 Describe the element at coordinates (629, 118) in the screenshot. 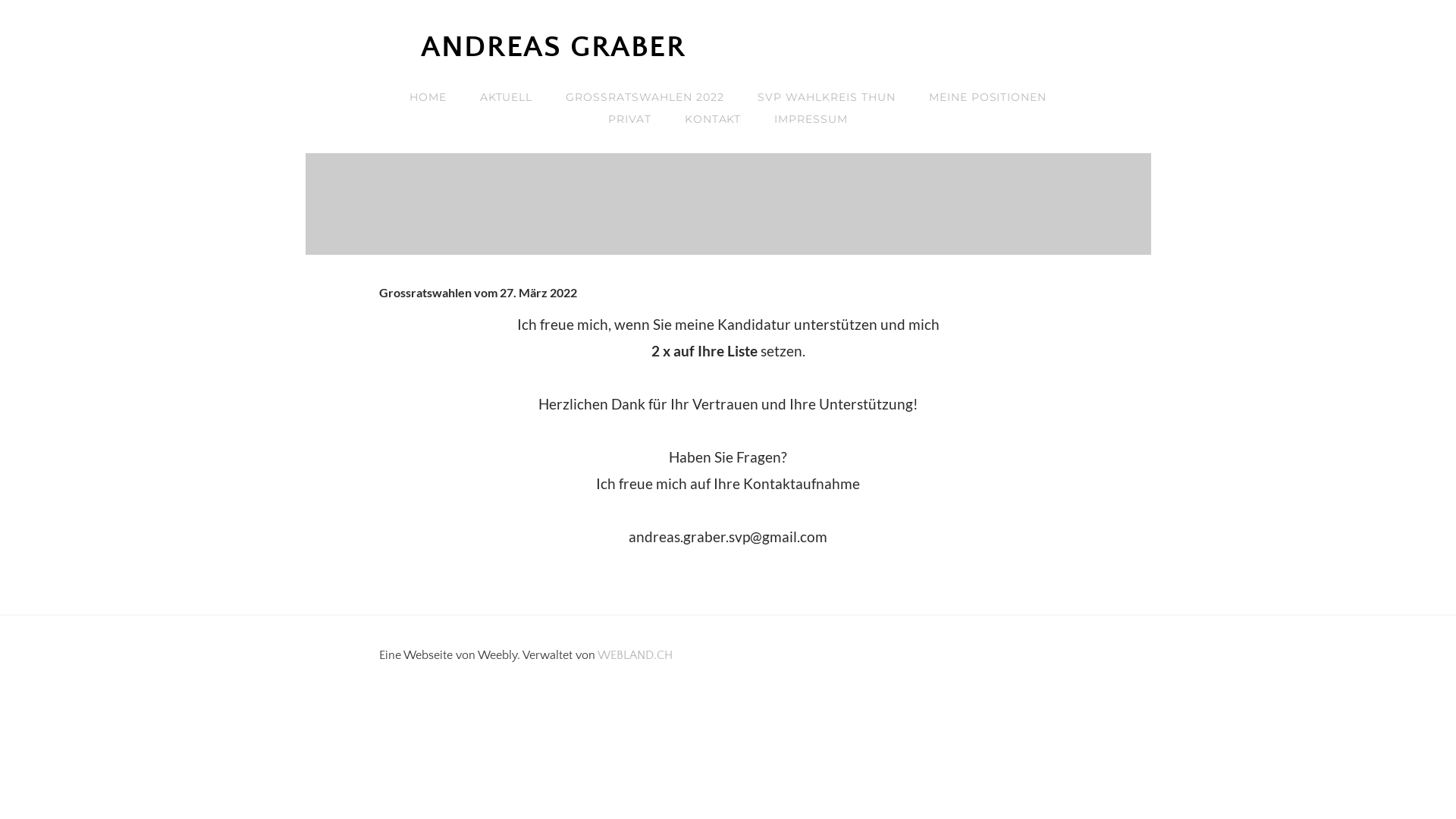

I see `'PRIVAT'` at that location.